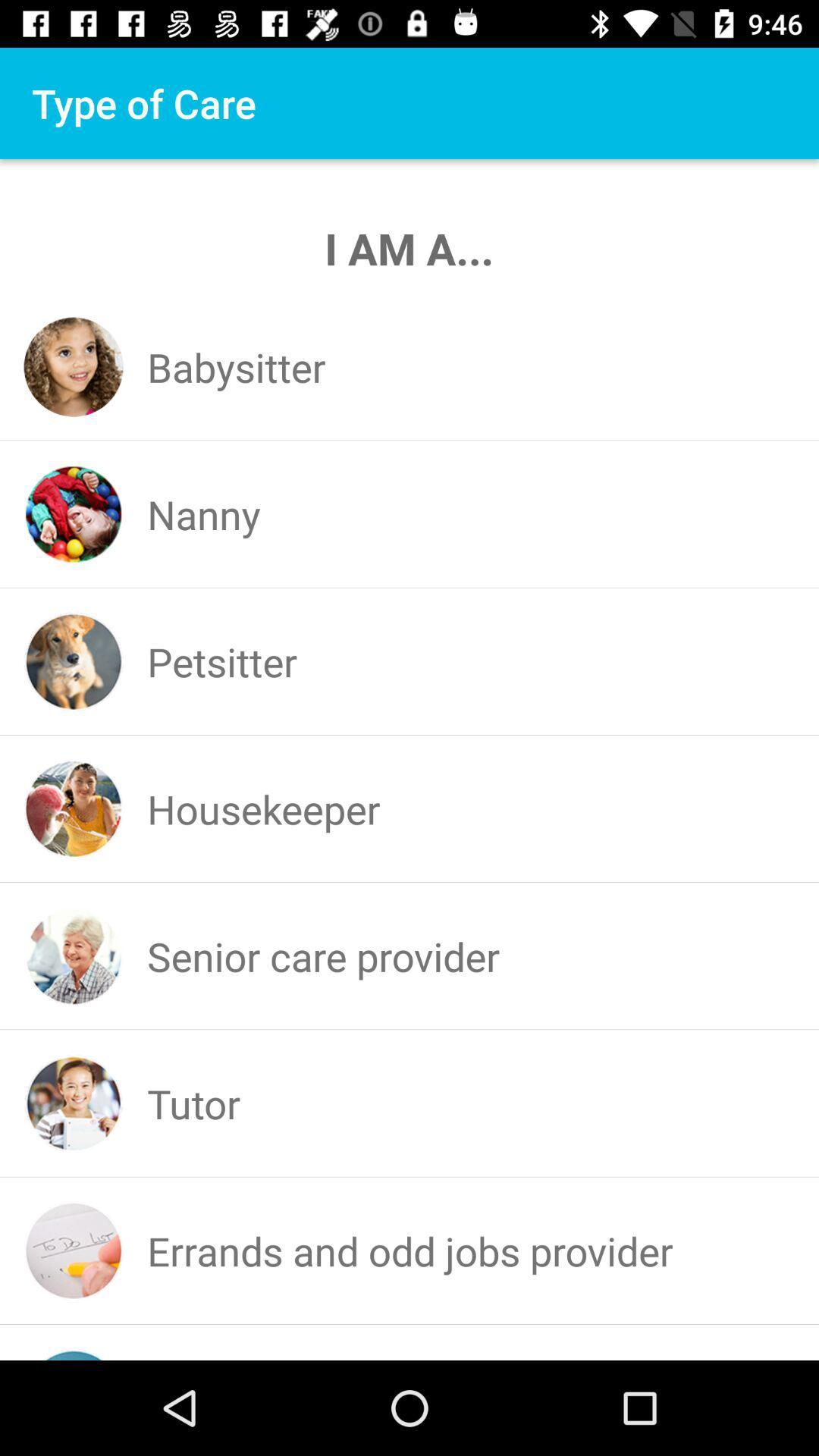  I want to click on the image which is left to text housekeeper, so click(74, 808).